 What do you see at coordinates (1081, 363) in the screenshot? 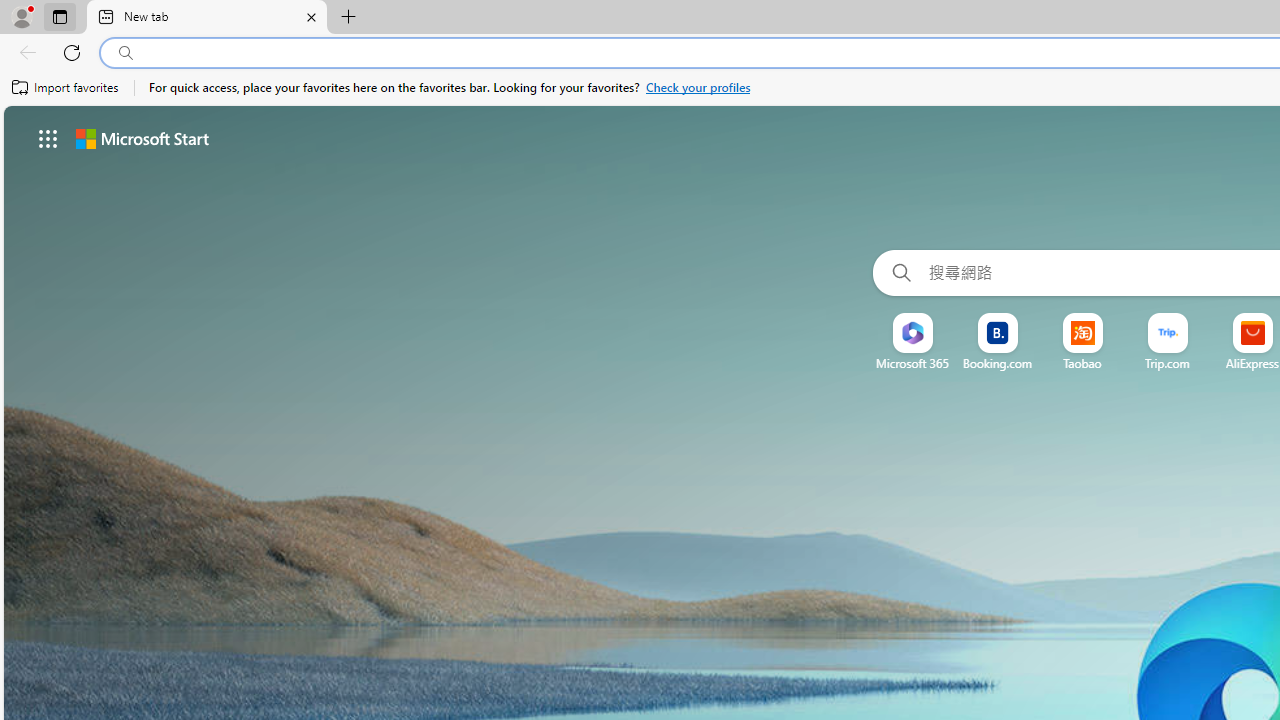
I see `'Taobao'` at bounding box center [1081, 363].